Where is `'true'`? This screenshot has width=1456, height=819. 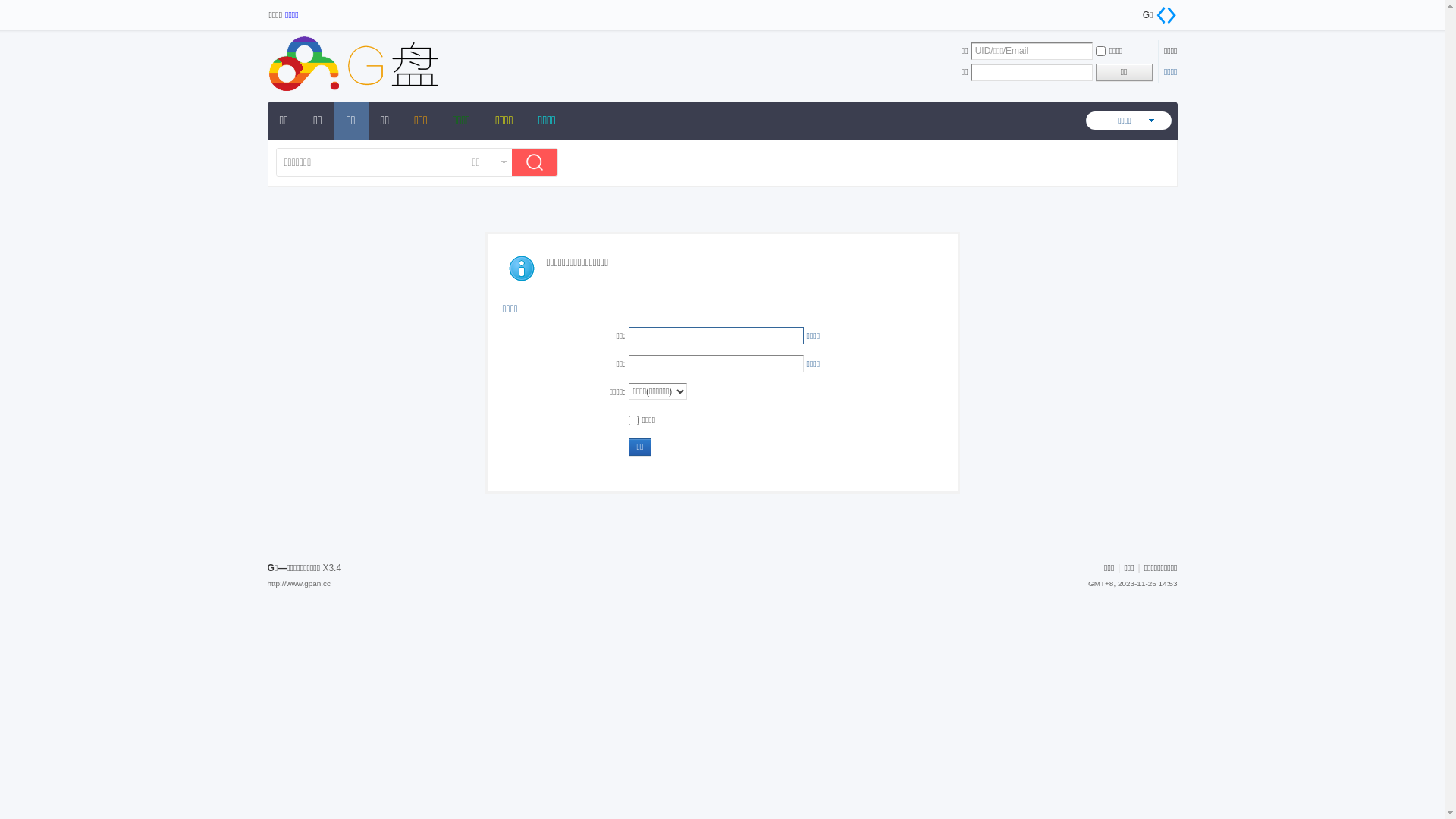
'true' is located at coordinates (538, 164).